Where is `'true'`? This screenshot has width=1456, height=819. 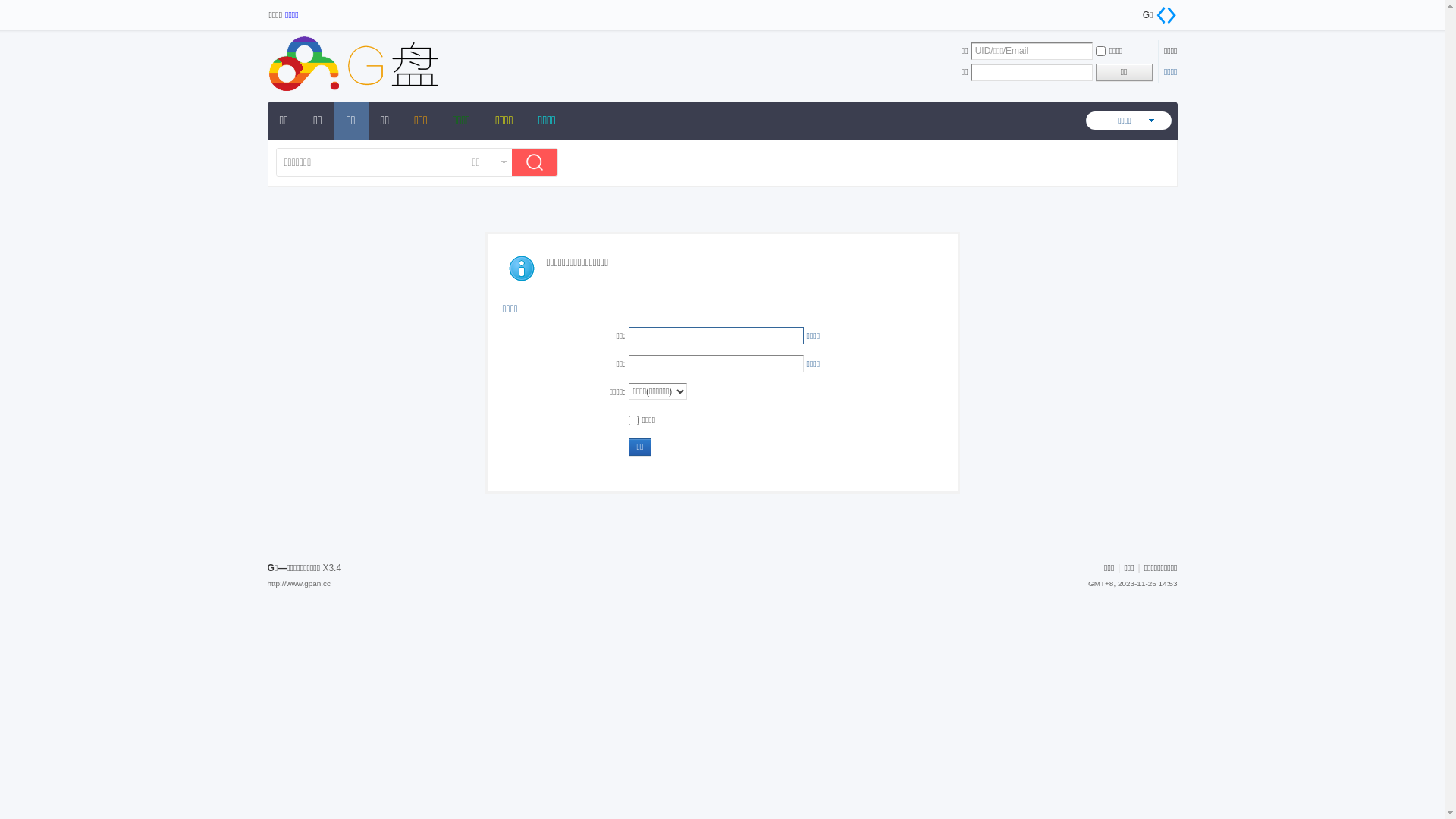
'true' is located at coordinates (538, 164).